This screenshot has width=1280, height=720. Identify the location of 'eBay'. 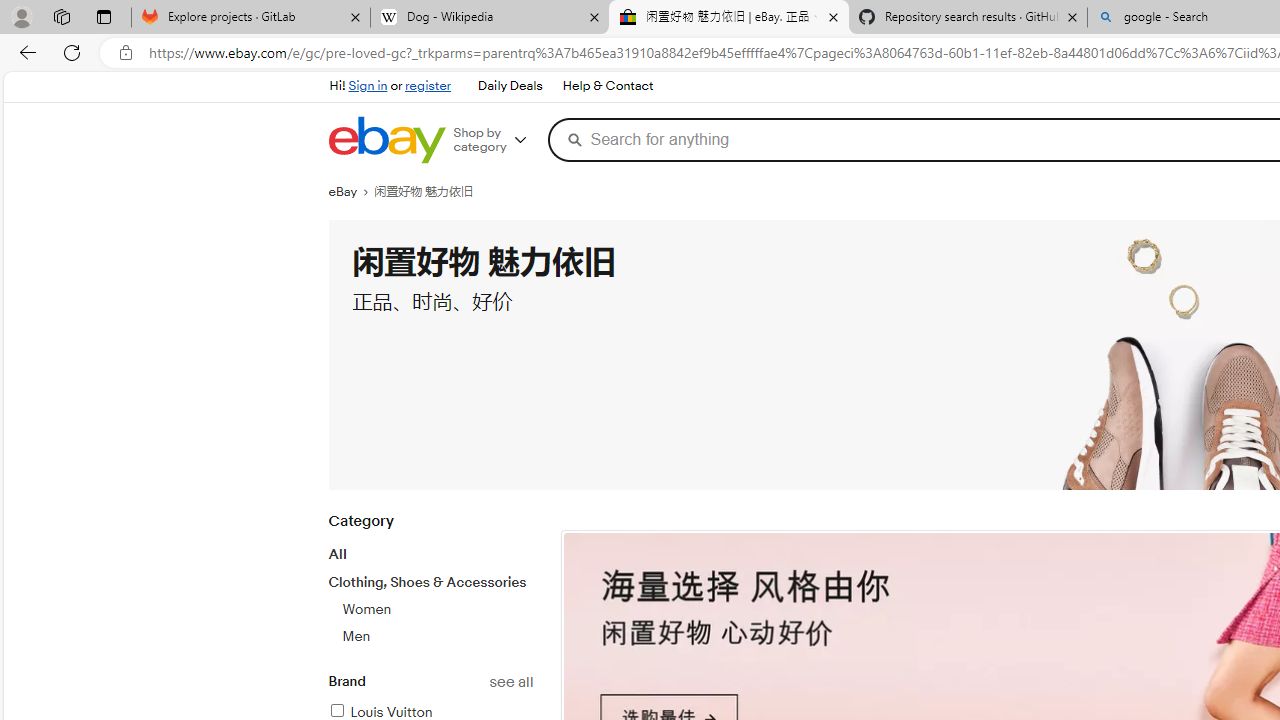
(351, 192).